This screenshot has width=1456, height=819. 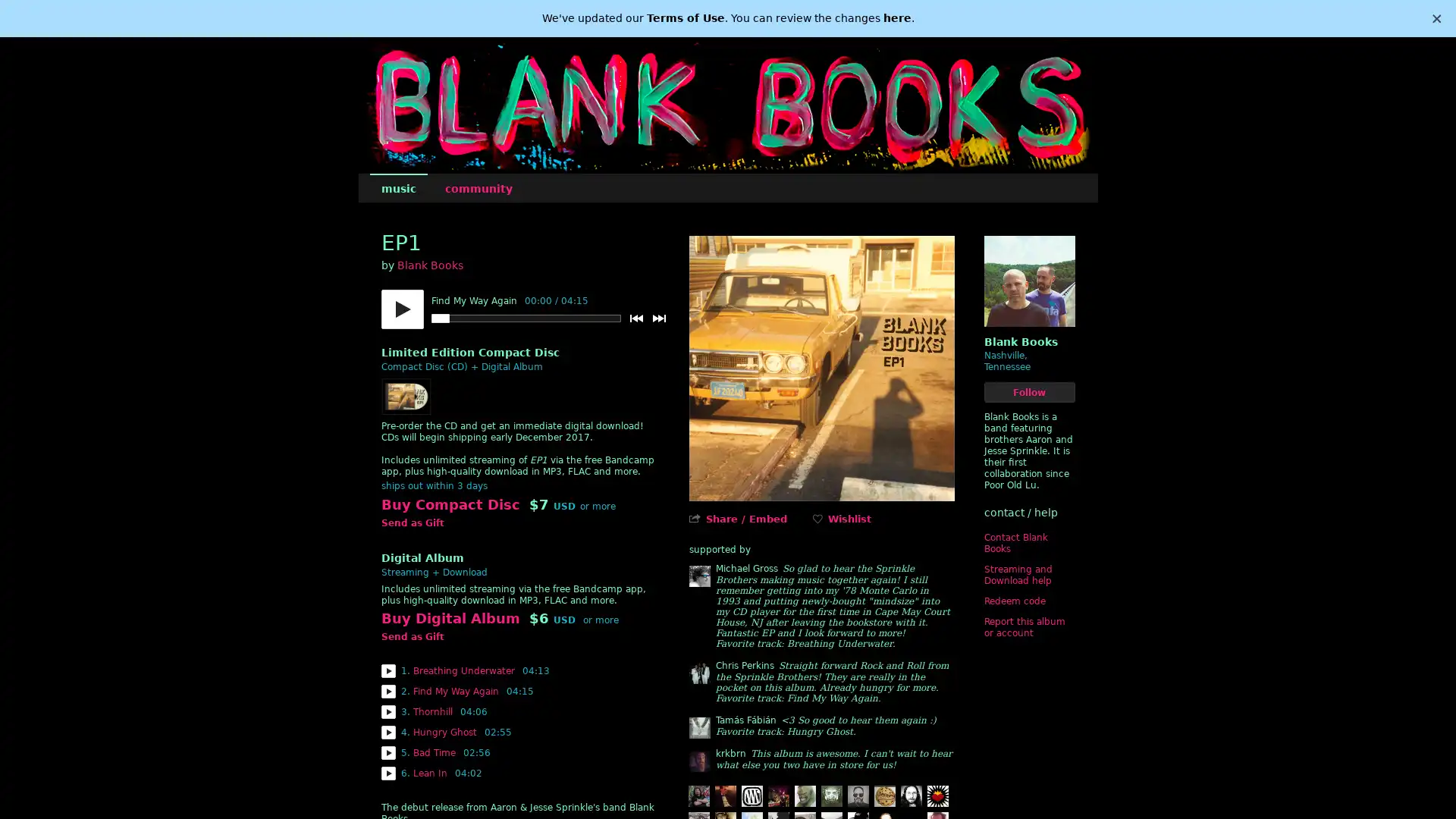 I want to click on Play Hungry Ghost, so click(x=388, y=731).